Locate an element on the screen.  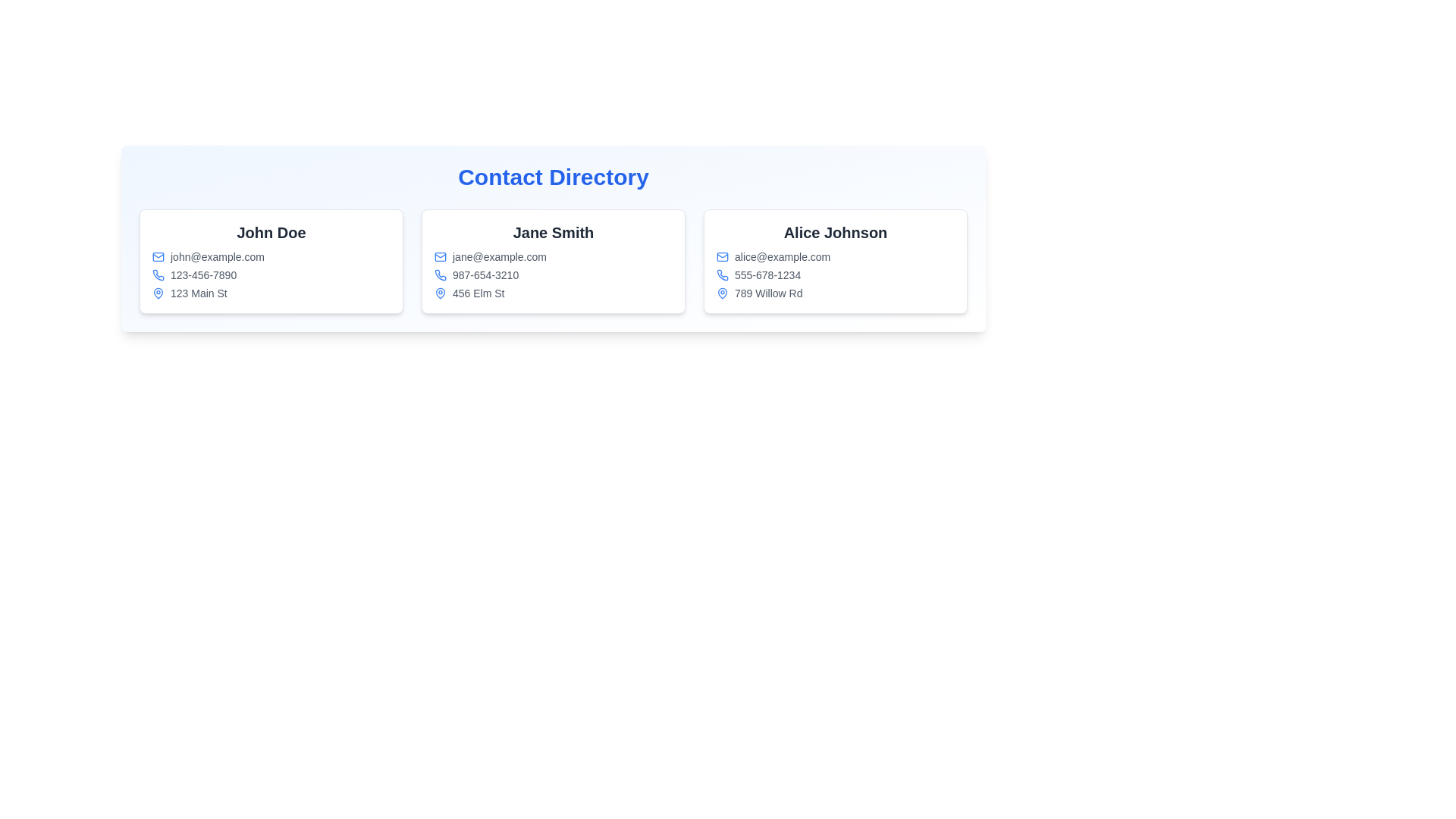
the blue telephone handset icon located is located at coordinates (158, 275).